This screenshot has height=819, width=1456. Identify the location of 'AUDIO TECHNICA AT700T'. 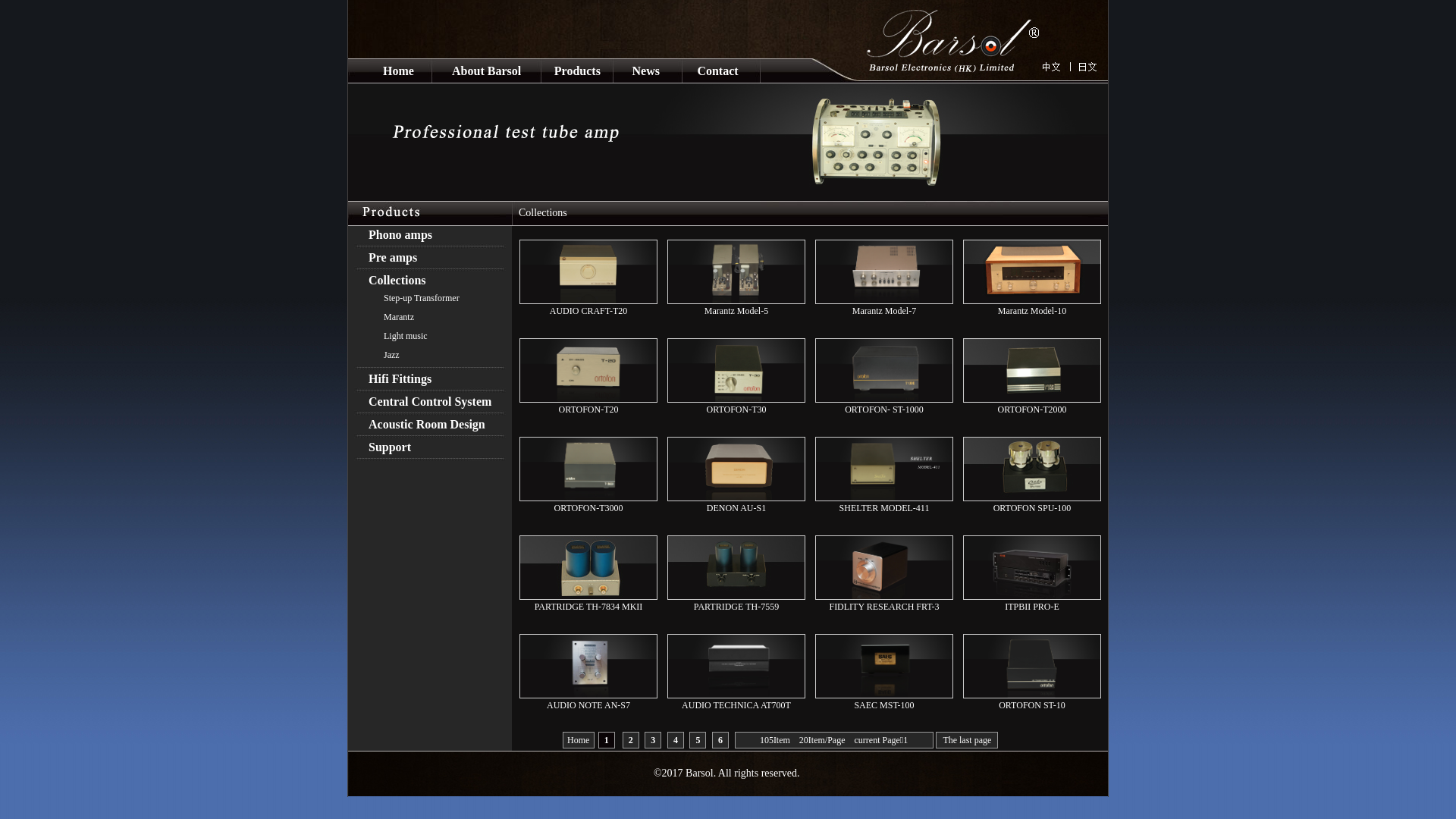
(736, 704).